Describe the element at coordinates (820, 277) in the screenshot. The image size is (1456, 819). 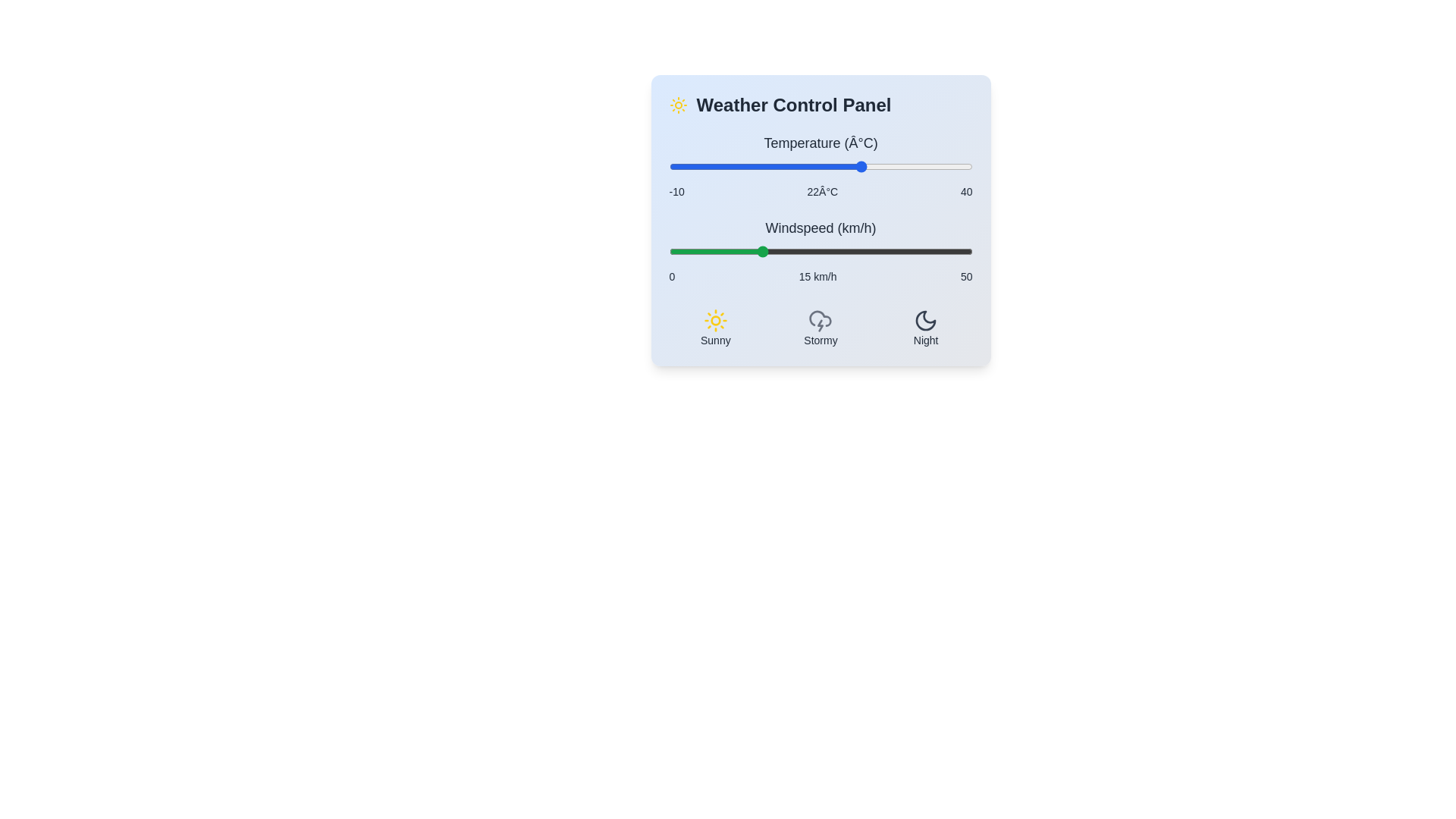
I see `the Text Label Group that indicates the minimum ('0'), the selected level ('15 km/h'), and the maximum ('50') values for windspeed, located at the bottom-center of the 'Windspeed (km/h)' section` at that location.